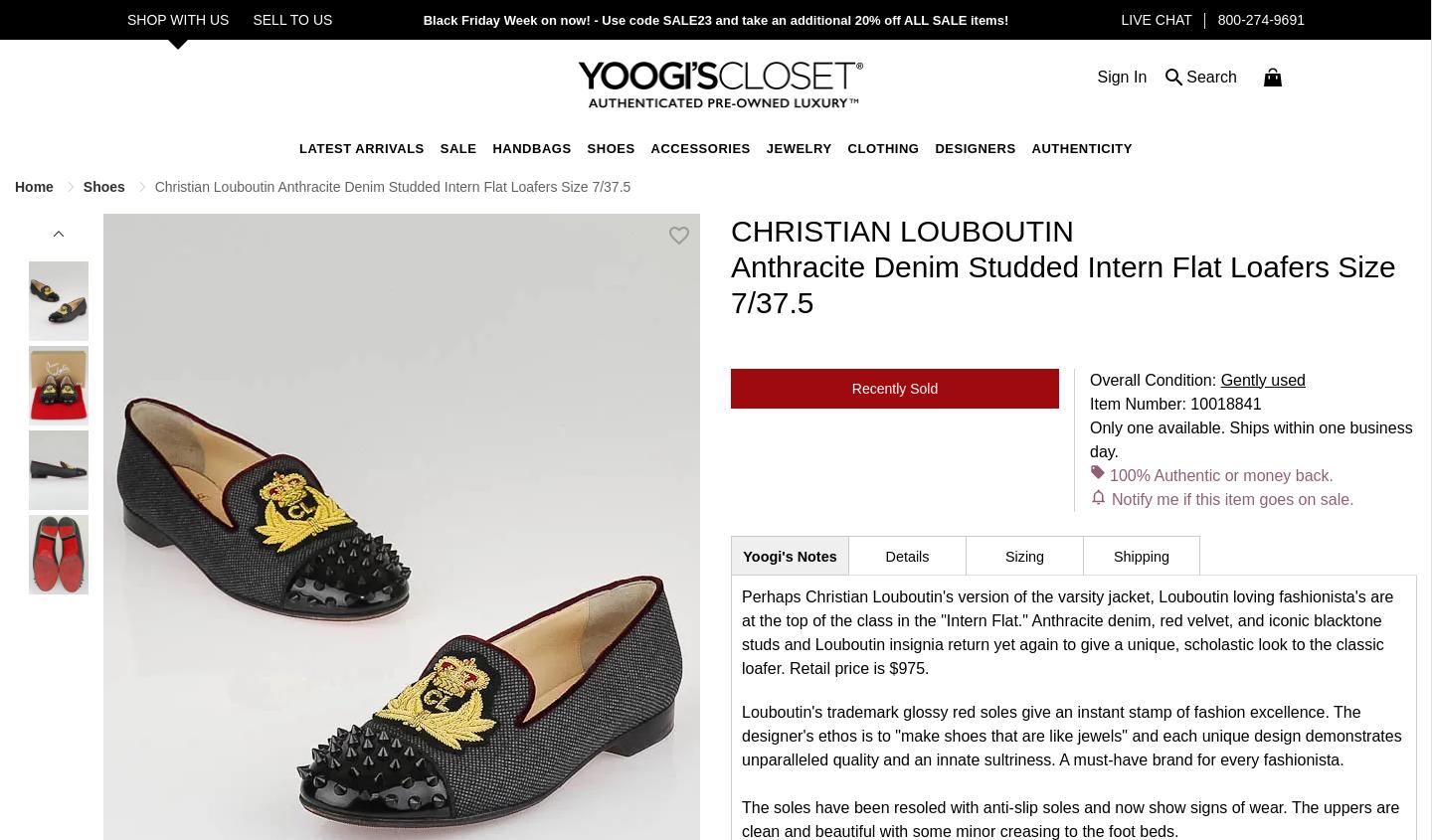 The height and width of the screenshot is (840, 1432). What do you see at coordinates (360, 148) in the screenshot?
I see `'Latest Arrivals'` at bounding box center [360, 148].